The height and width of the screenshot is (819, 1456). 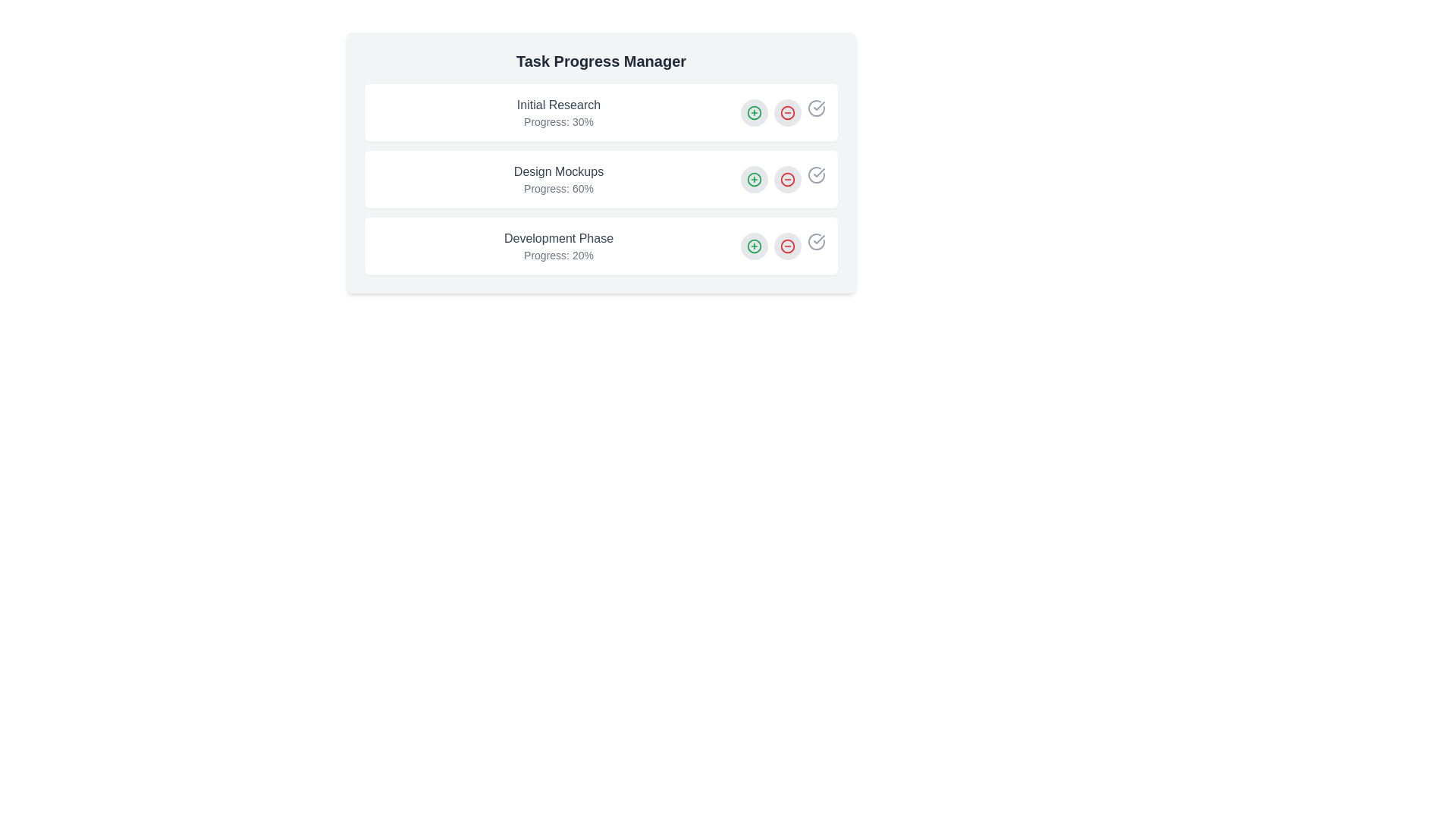 I want to click on the circular button with a red minus icon located in the top row of the task list interface, which is positioned between a green plus button and a gray checkmark button, so click(x=787, y=112).